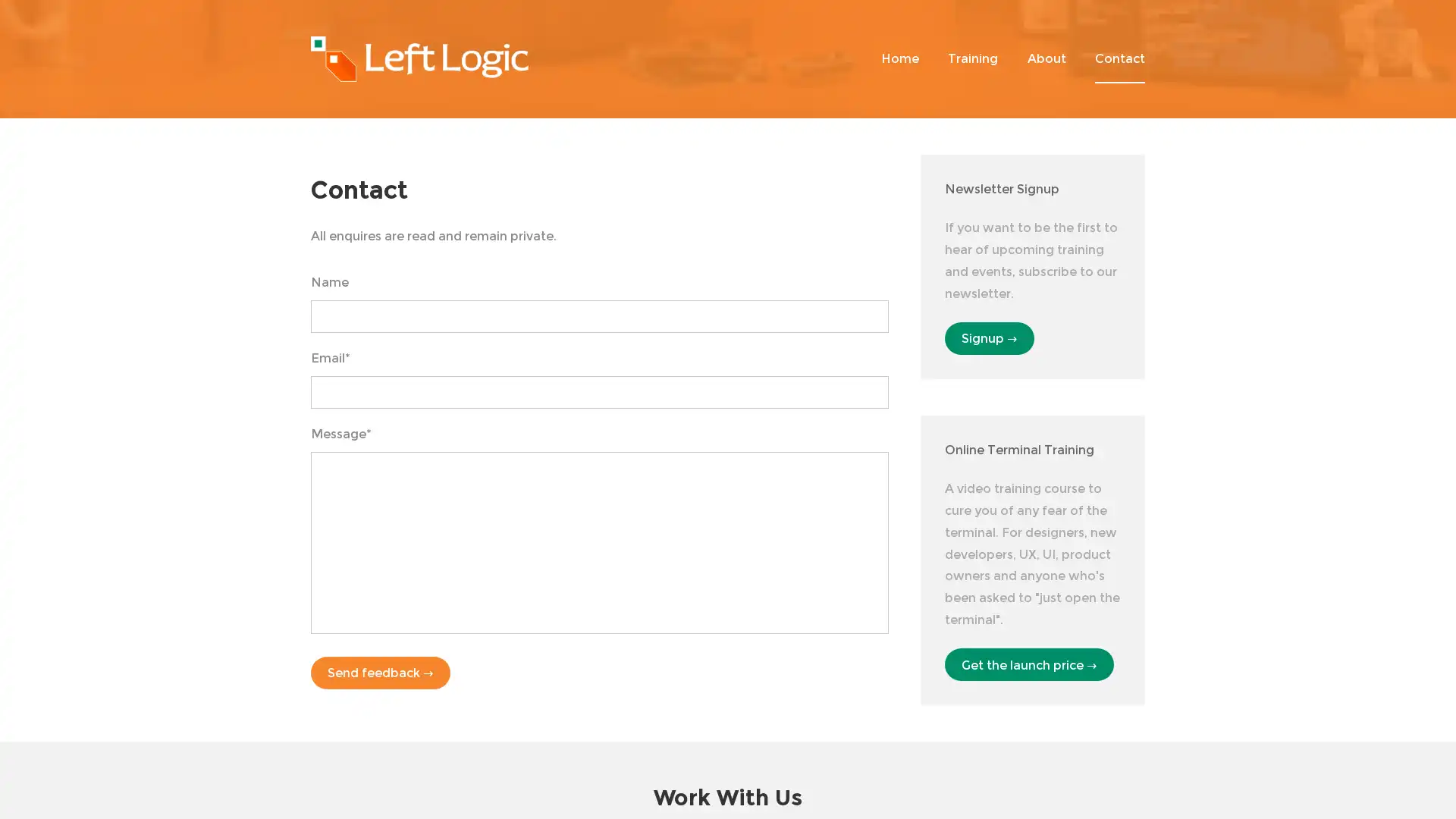 The image size is (1456, 819). Describe the element at coordinates (380, 672) in the screenshot. I see `Send feedback` at that location.